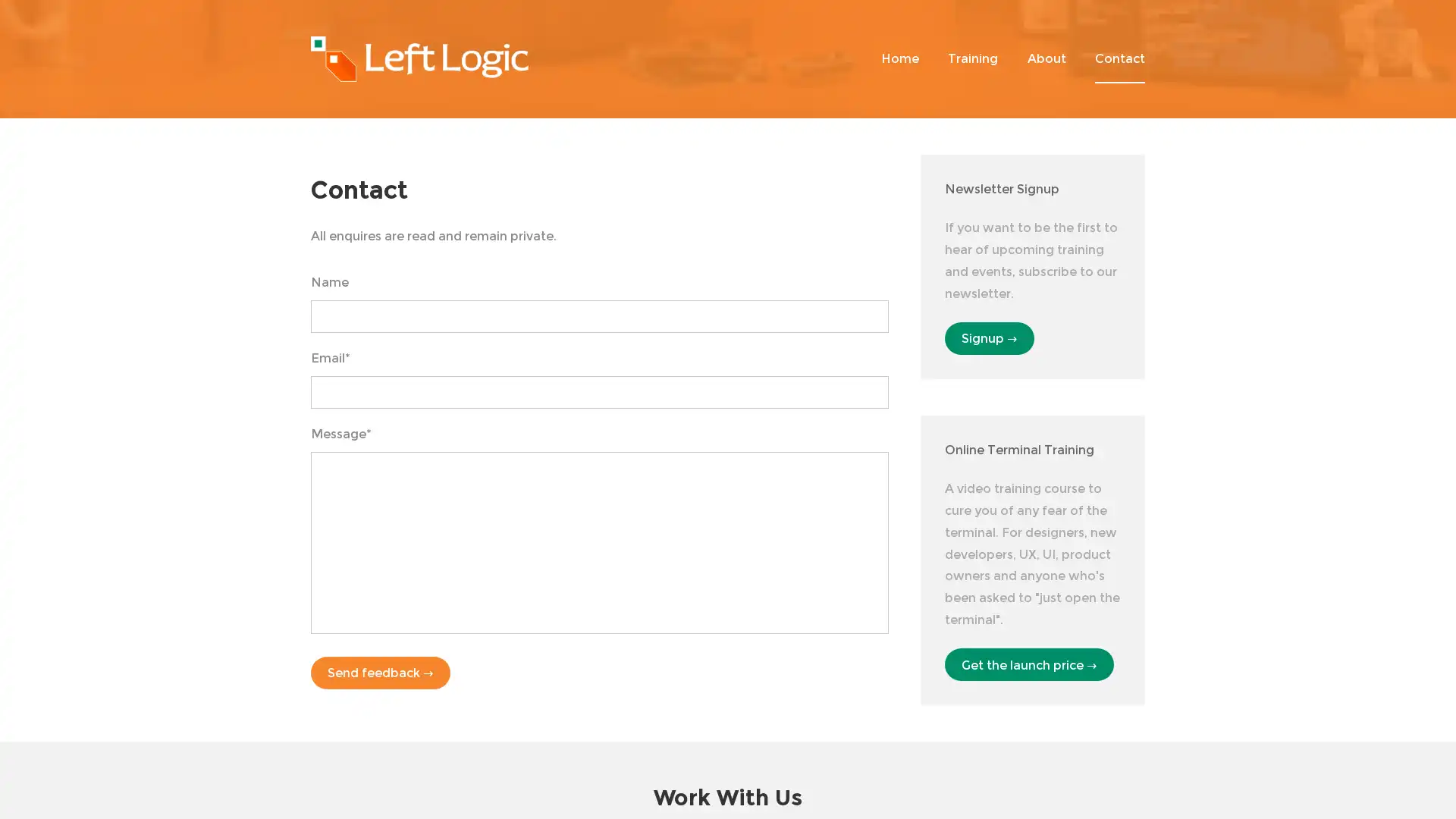 The image size is (1456, 819). Describe the element at coordinates (380, 672) in the screenshot. I see `Send feedback` at that location.